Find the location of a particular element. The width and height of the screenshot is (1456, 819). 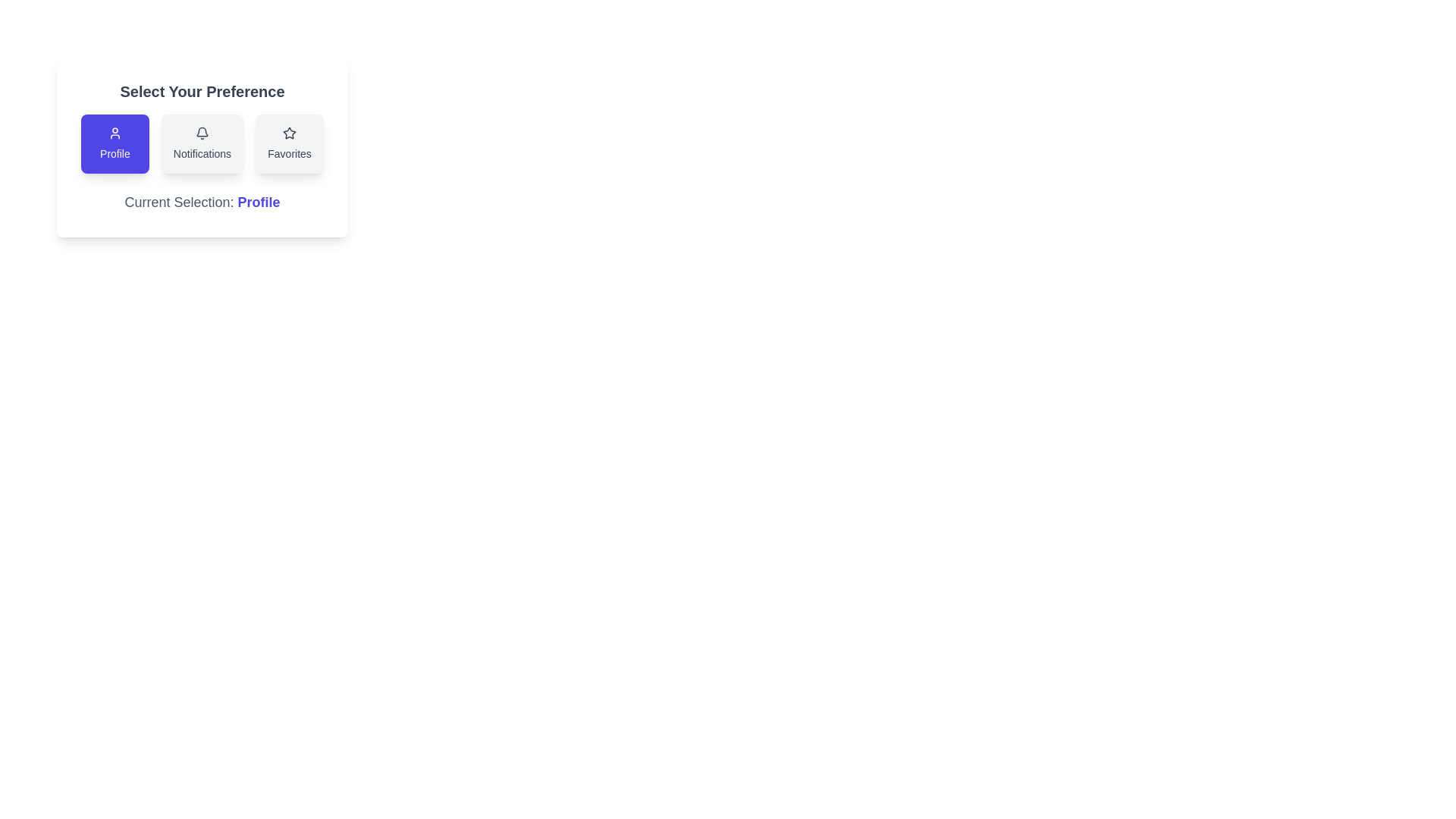

the star icon associated with the 'Favorites' feature, positioned at the top-center of the card, to visually reinforce marking items as favorites is located at coordinates (290, 133).